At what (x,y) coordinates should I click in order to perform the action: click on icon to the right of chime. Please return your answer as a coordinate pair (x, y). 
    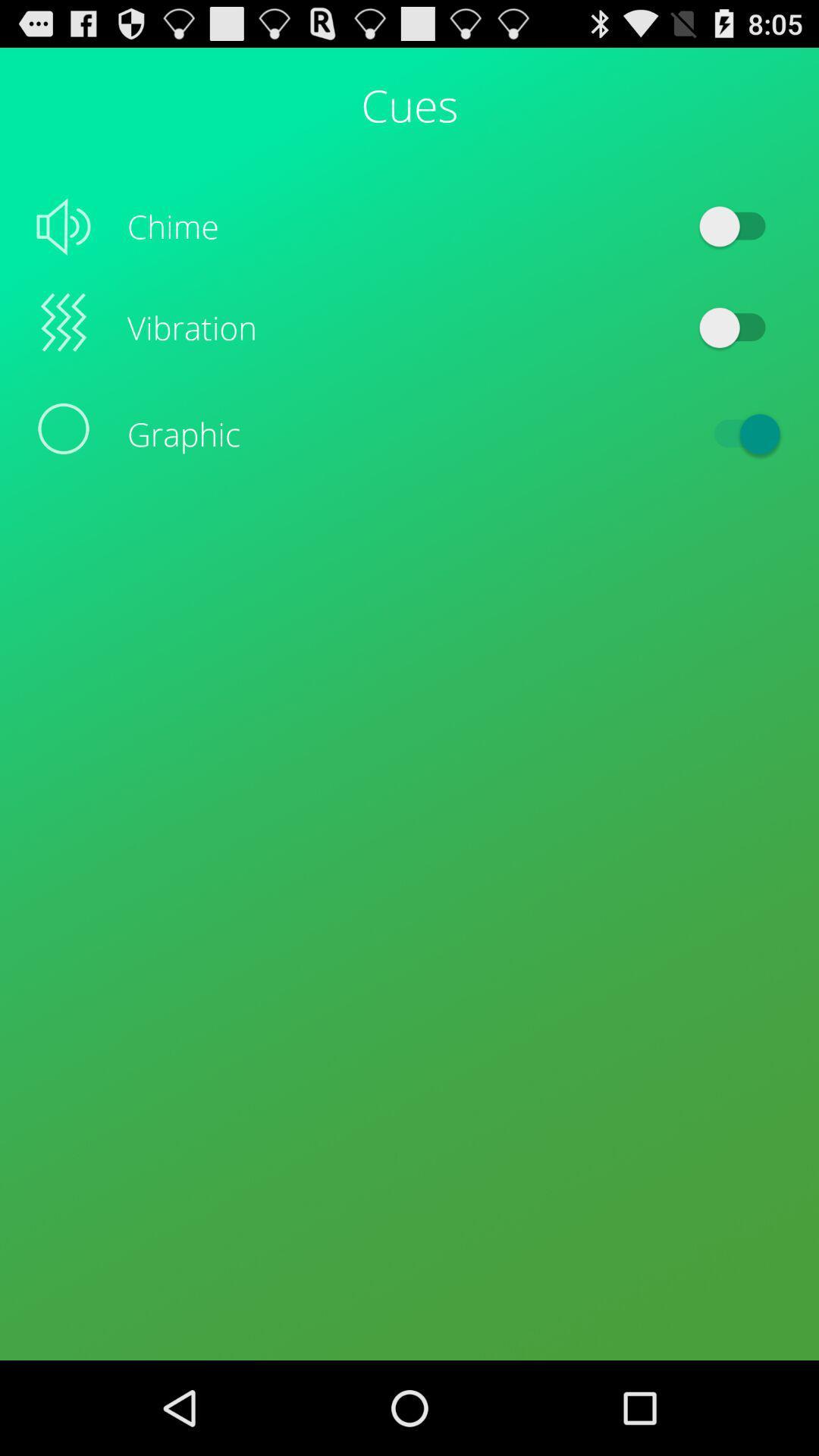
    Looking at the image, I should click on (739, 225).